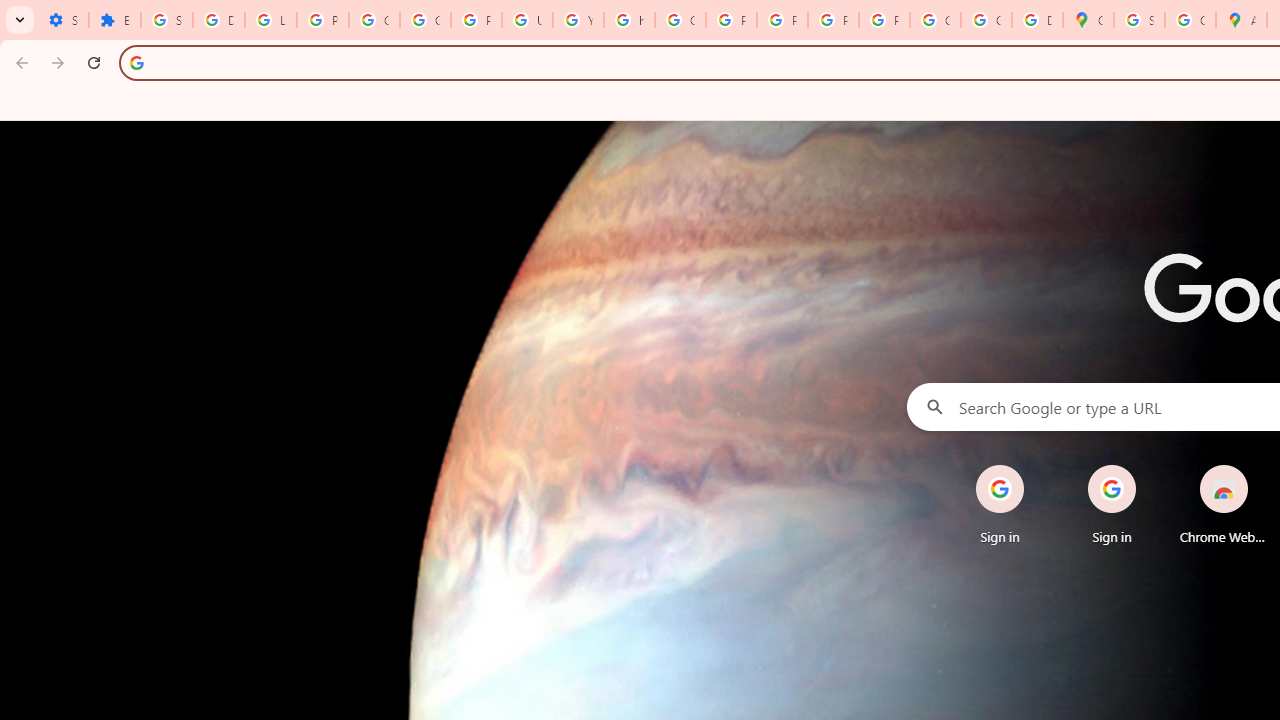 This screenshot has height=720, width=1280. I want to click on 'Sign in - Google Accounts', so click(1139, 20).